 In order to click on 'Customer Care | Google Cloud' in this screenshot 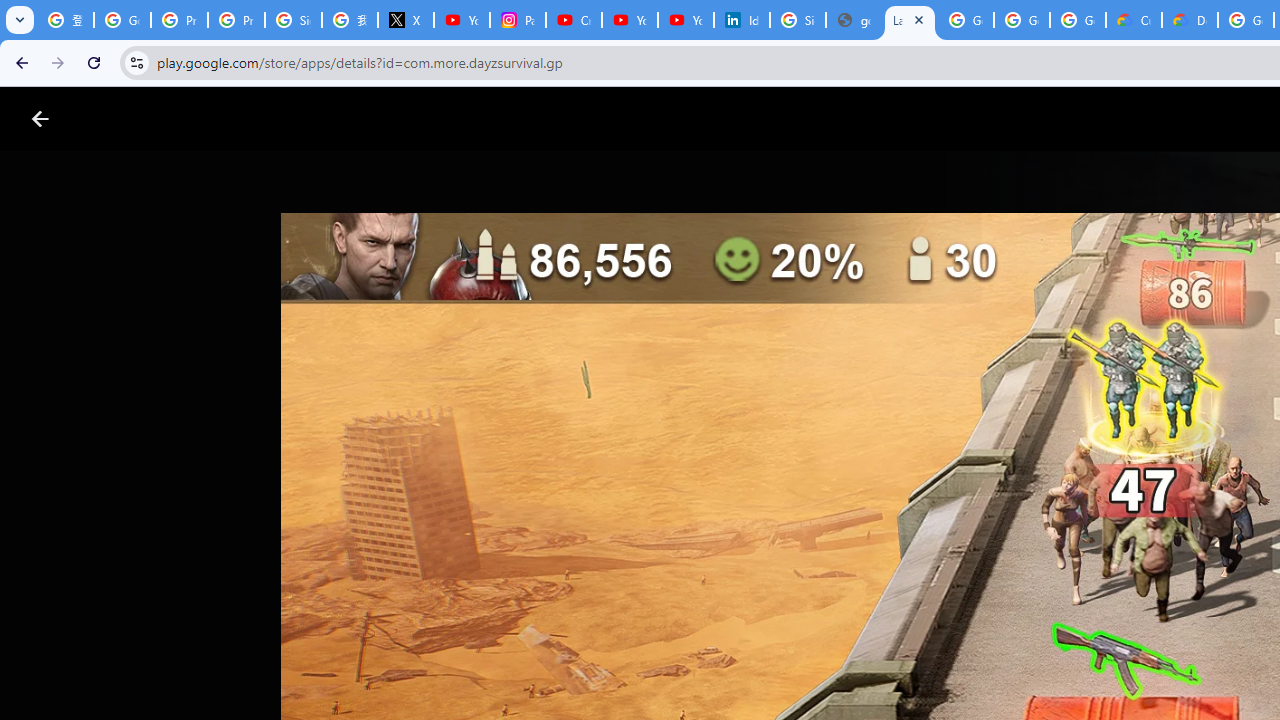, I will do `click(1134, 20)`.